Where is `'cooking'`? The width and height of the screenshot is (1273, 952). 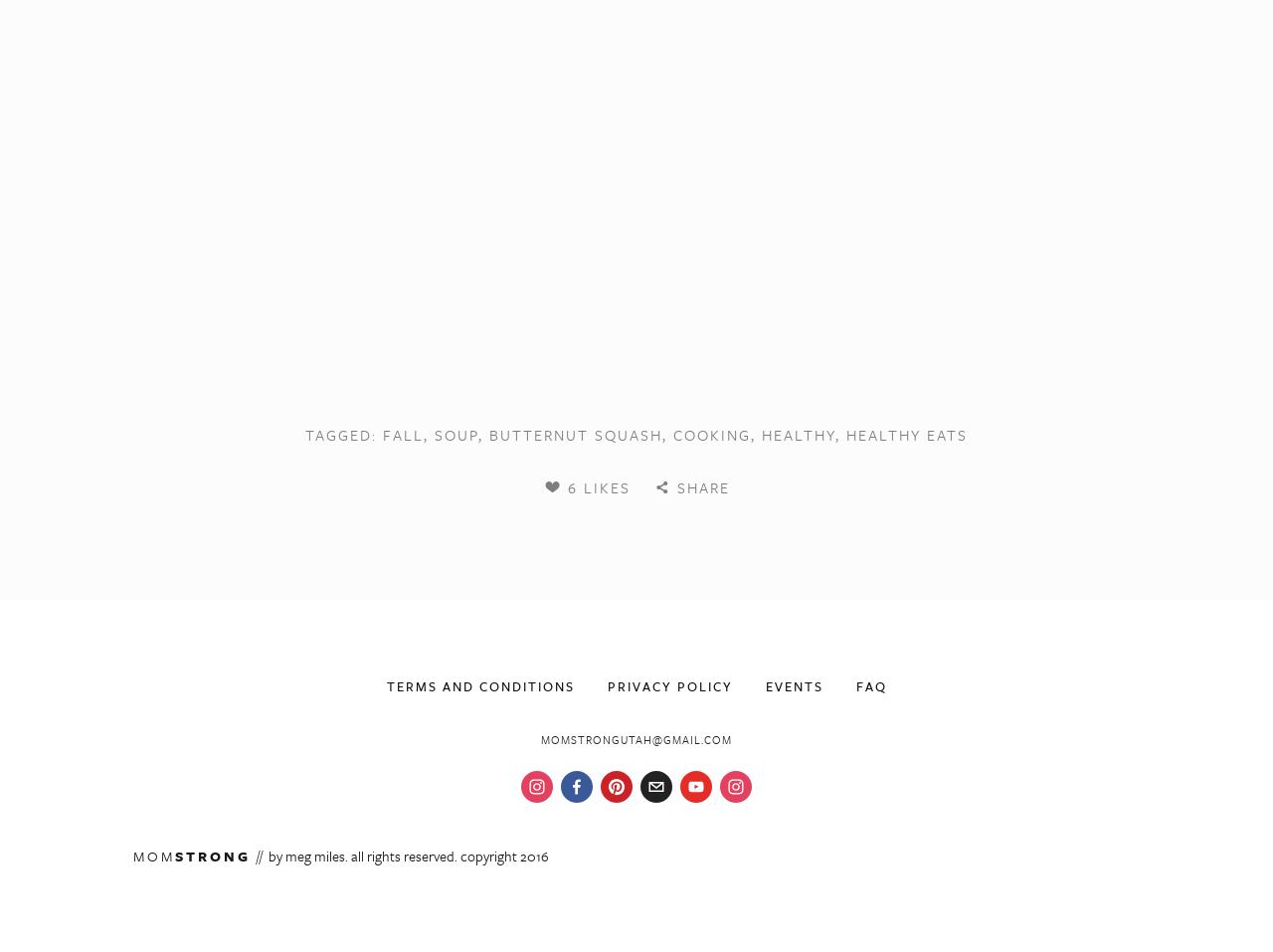 'cooking' is located at coordinates (712, 433).